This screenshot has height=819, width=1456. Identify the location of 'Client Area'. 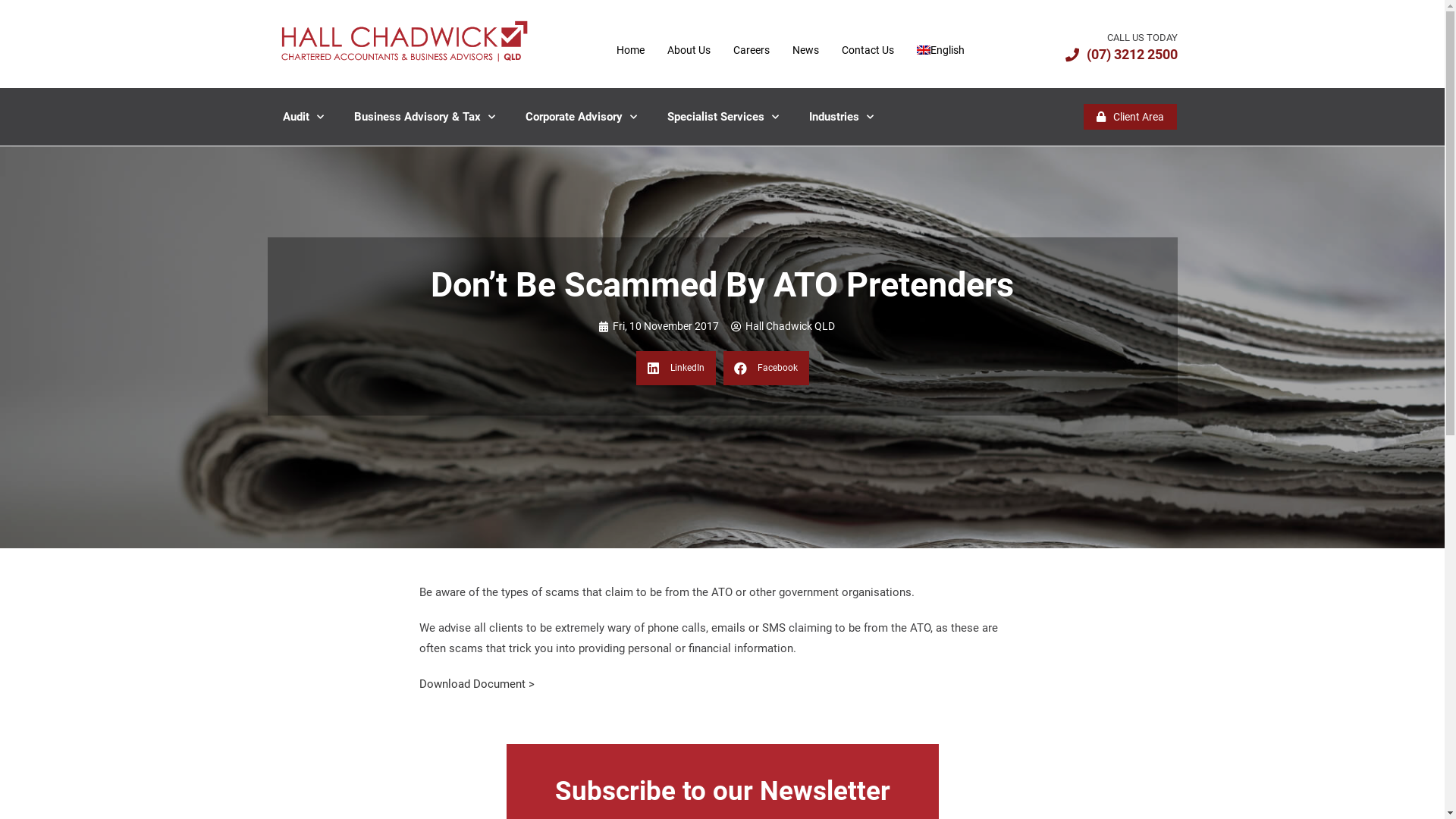
(1130, 116).